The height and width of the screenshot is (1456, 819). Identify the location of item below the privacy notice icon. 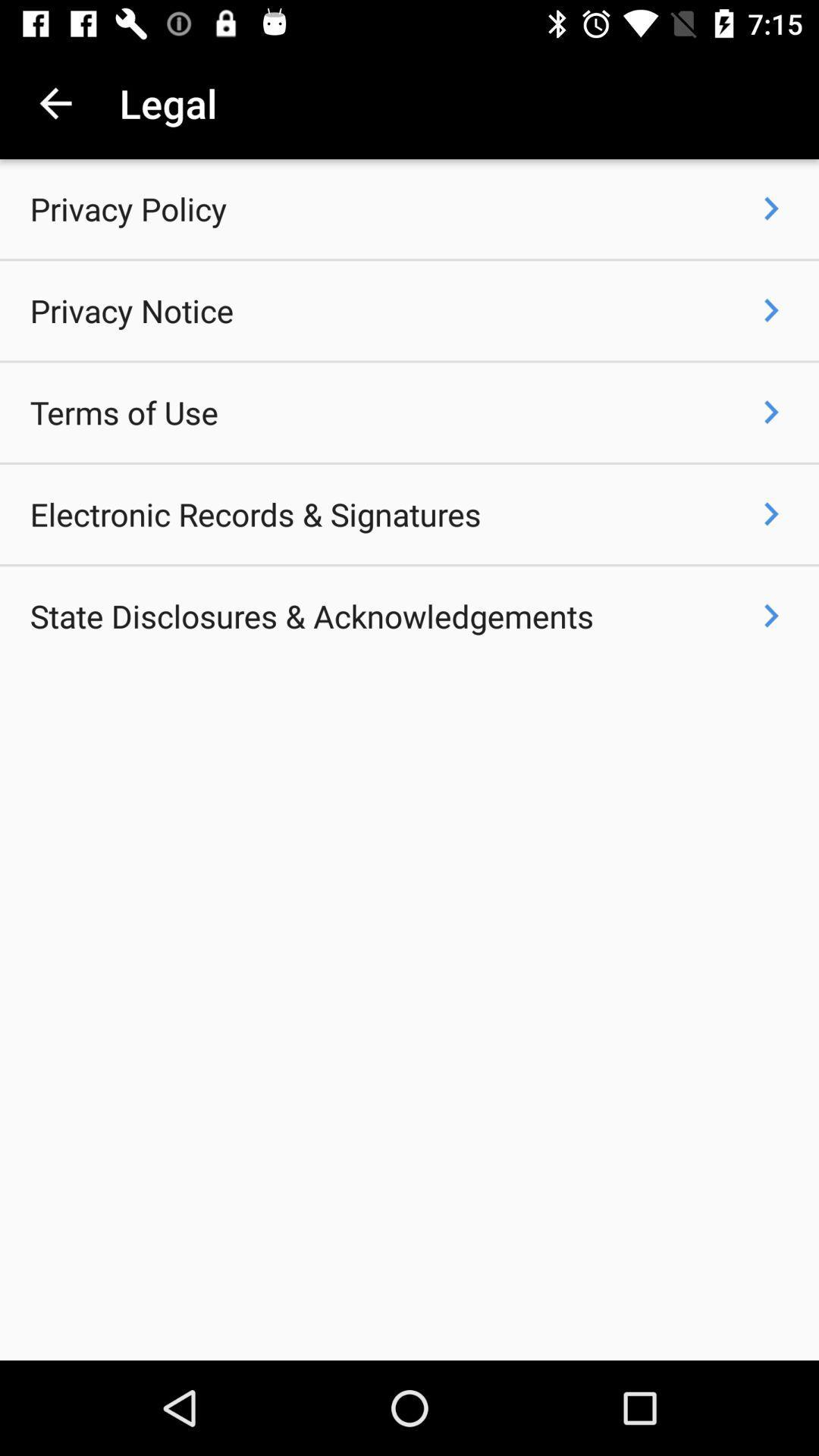
(123, 413).